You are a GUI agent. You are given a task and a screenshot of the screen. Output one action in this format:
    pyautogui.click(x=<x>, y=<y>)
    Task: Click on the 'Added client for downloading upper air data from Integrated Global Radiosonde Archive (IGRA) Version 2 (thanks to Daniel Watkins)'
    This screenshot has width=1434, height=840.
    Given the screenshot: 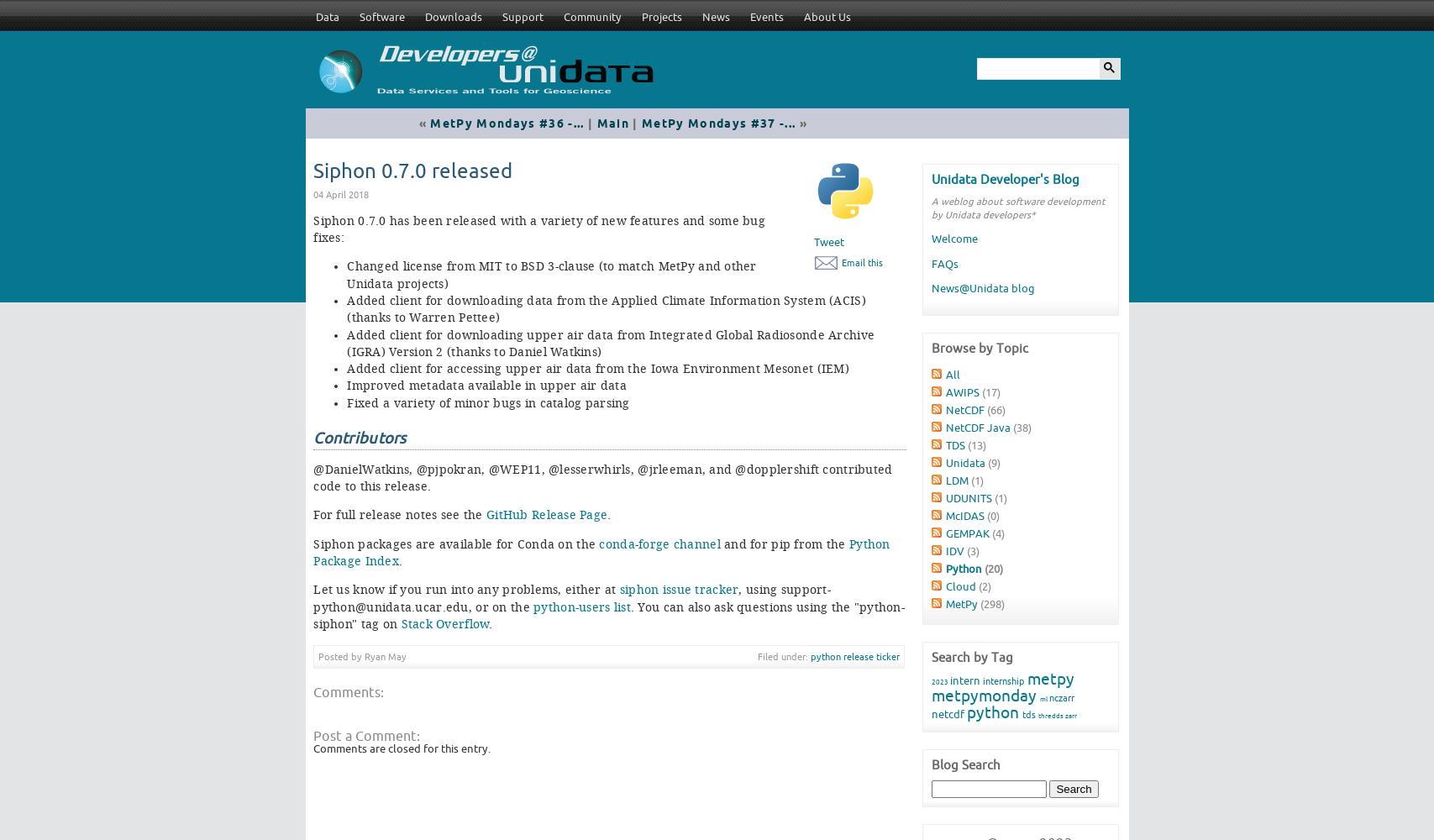 What is the action you would take?
    pyautogui.click(x=611, y=343)
    